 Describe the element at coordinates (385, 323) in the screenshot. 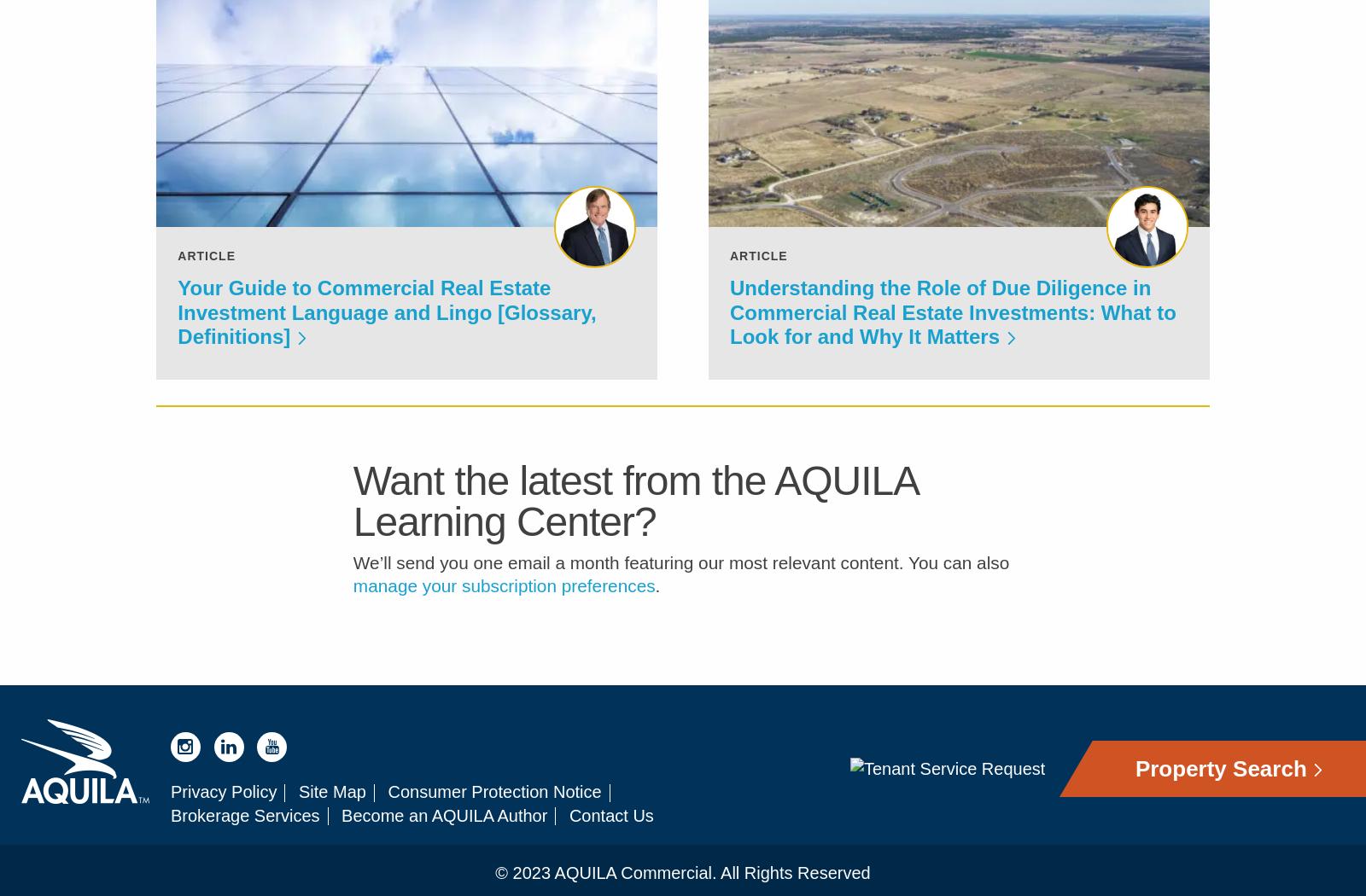

I see `'Your Guide to Commercial Real Estate Investment Language and Lingo [Glossary, Definitions]'` at that location.